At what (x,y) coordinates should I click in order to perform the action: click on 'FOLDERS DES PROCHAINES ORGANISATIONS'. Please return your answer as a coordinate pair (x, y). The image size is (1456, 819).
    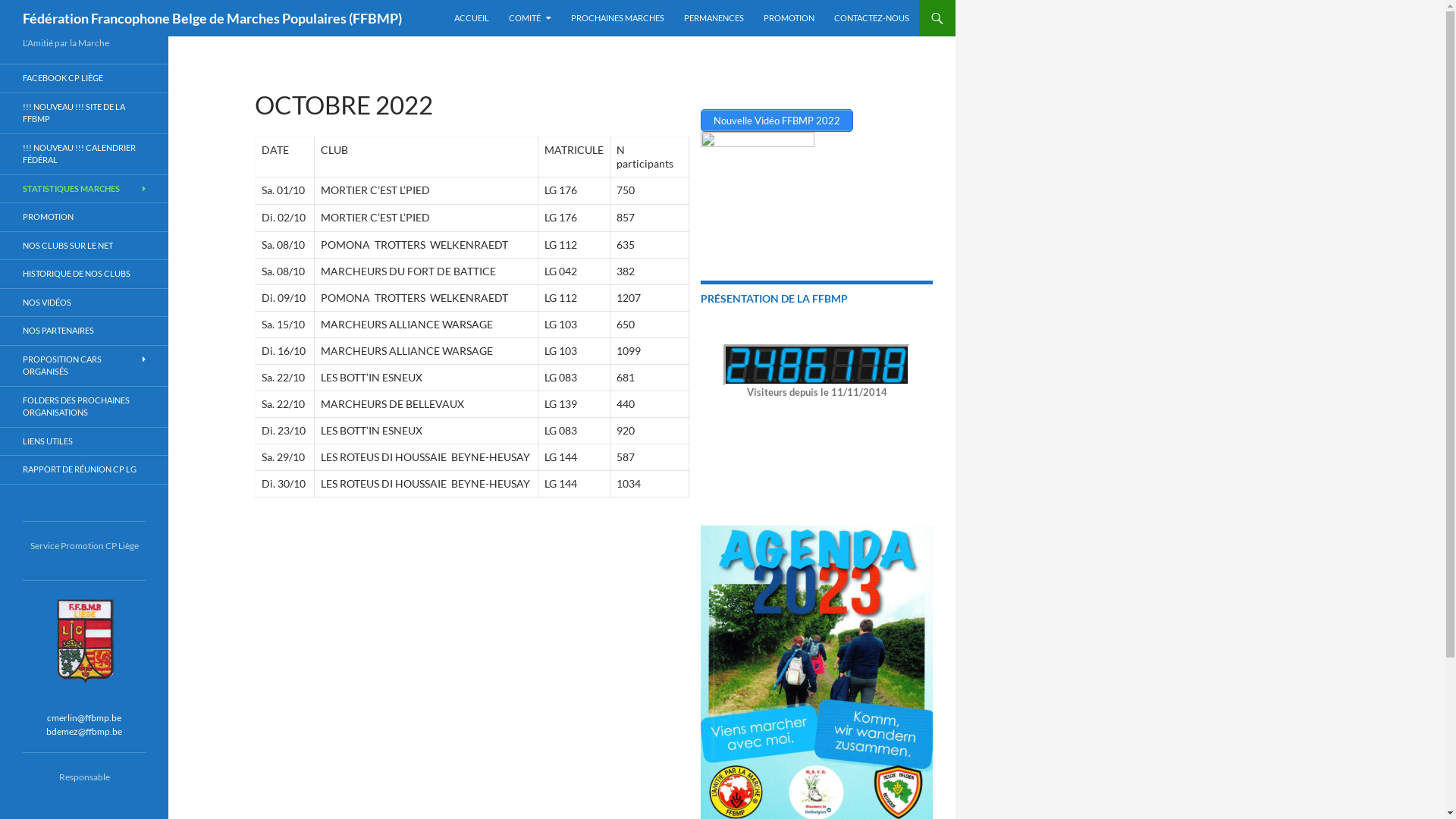
    Looking at the image, I should click on (83, 406).